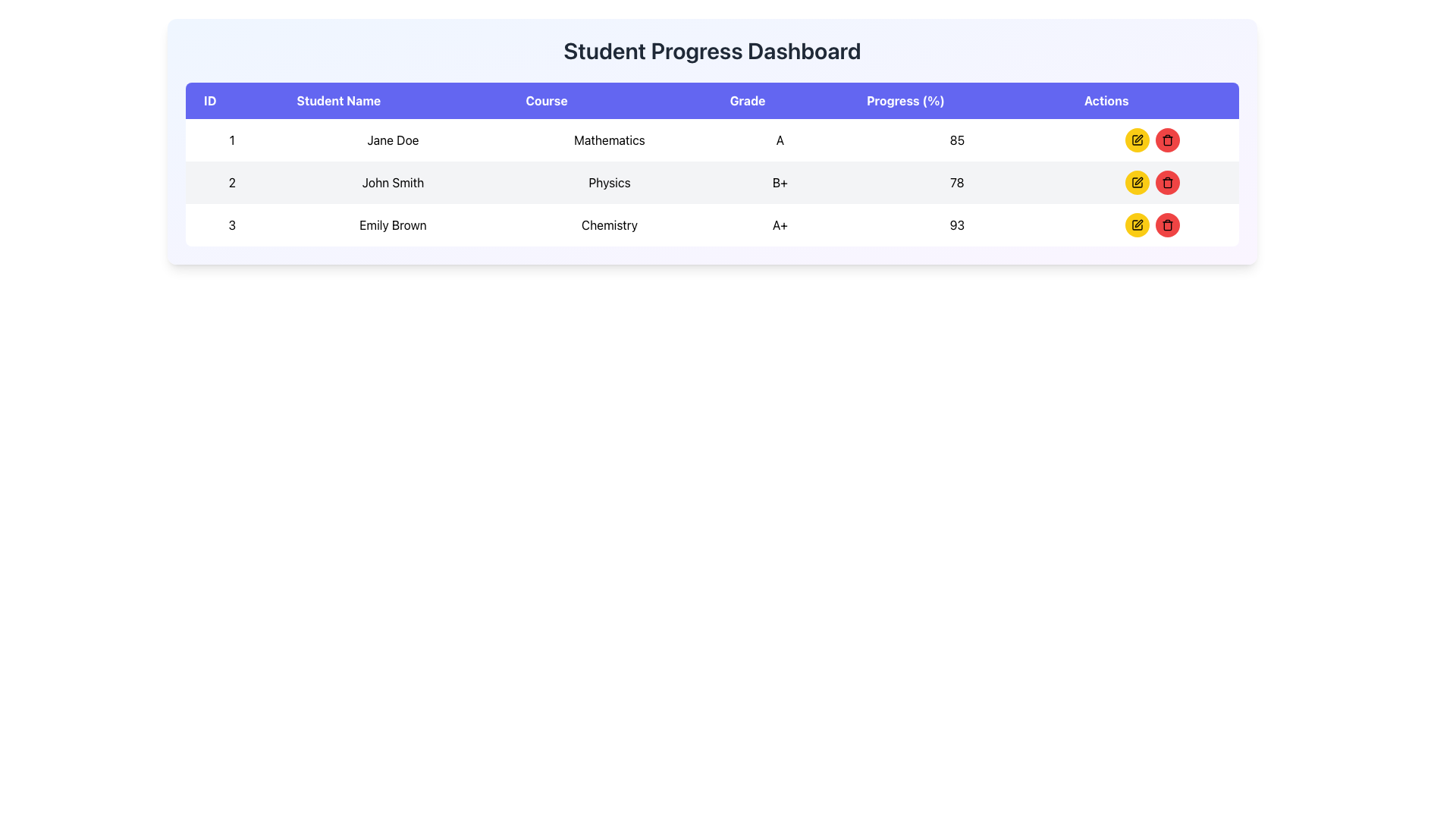 The height and width of the screenshot is (819, 1456). I want to click on the text displaying the number '3' located in the leftmost column of the last row in the table, so click(231, 225).